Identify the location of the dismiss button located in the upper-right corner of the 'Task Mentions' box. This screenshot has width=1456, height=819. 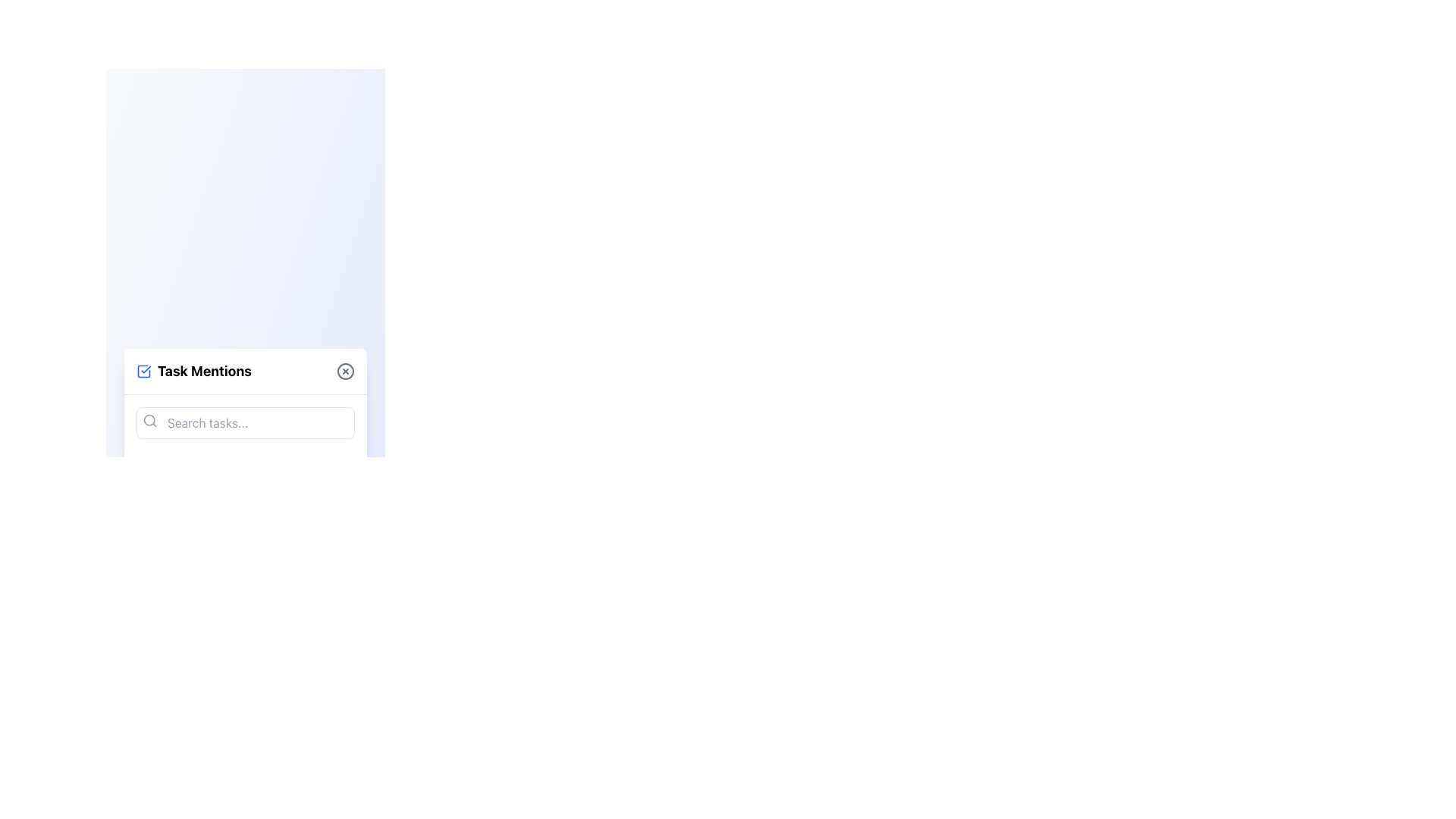
(345, 371).